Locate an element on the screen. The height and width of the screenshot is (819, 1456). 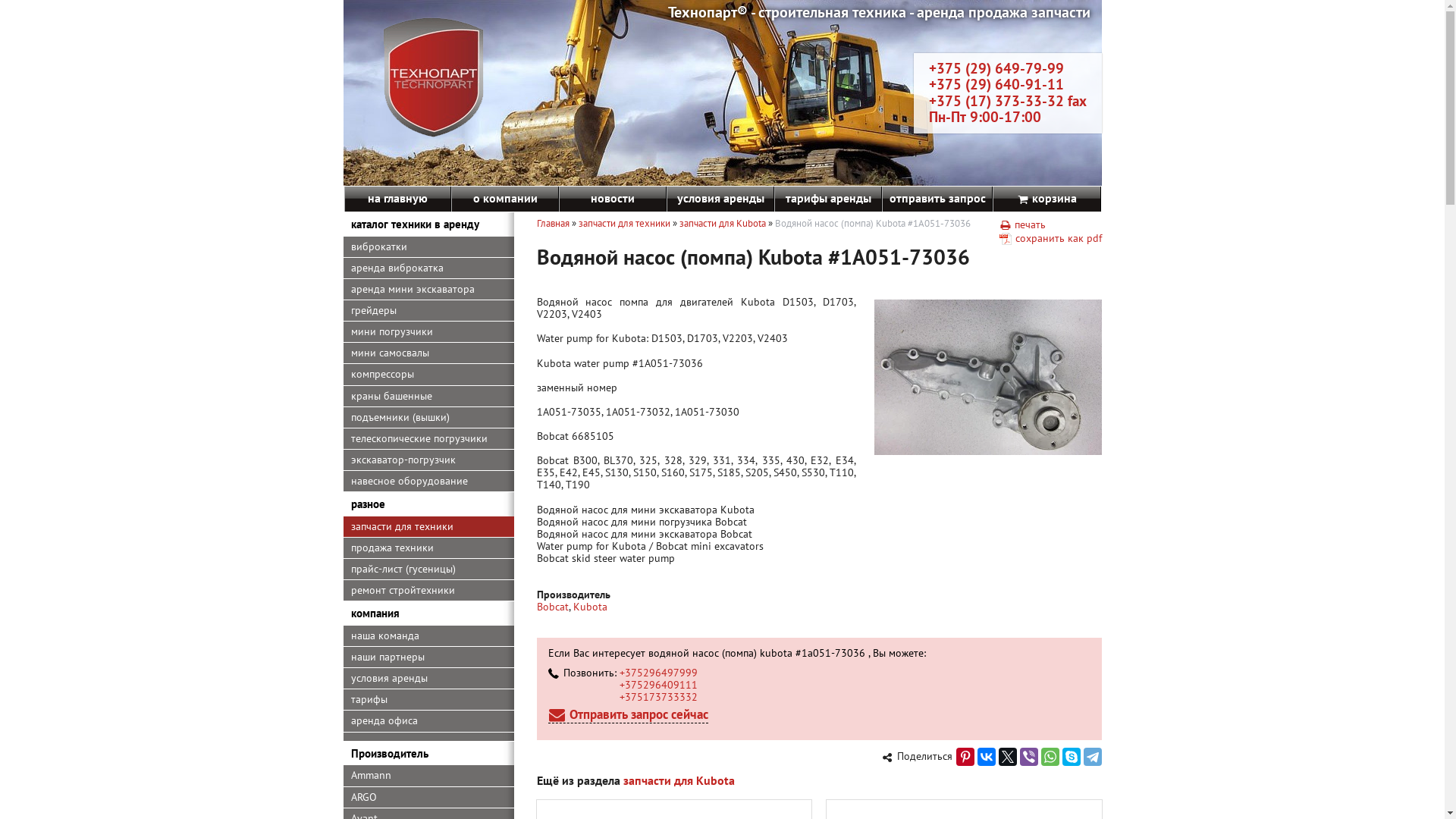
'Pinterest' is located at coordinates (964, 757).